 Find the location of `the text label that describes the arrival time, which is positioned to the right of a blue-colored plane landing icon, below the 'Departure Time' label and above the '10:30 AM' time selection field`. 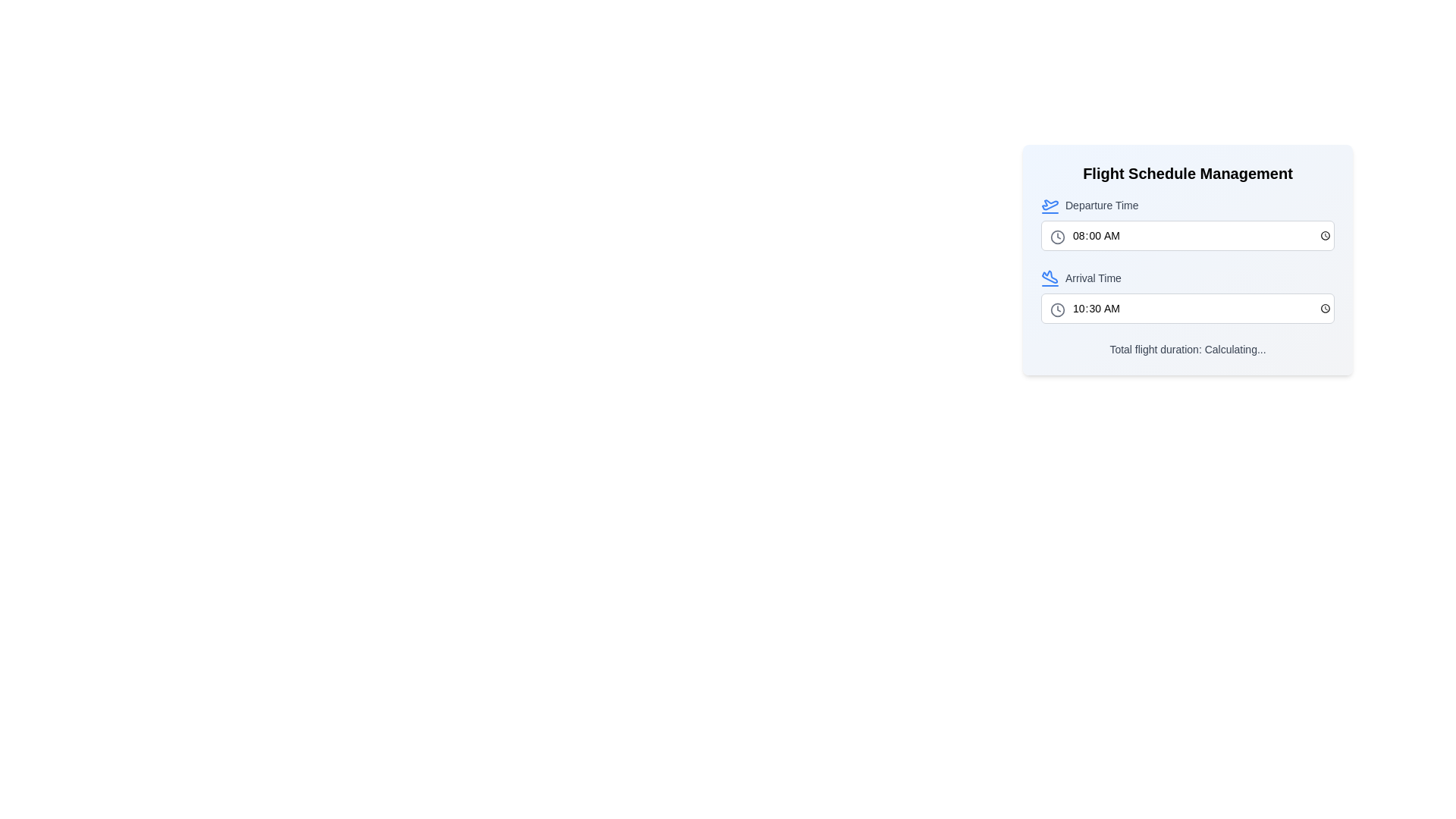

the text label that describes the arrival time, which is positioned to the right of a blue-colored plane landing icon, below the 'Departure Time' label and above the '10:30 AM' time selection field is located at coordinates (1093, 278).